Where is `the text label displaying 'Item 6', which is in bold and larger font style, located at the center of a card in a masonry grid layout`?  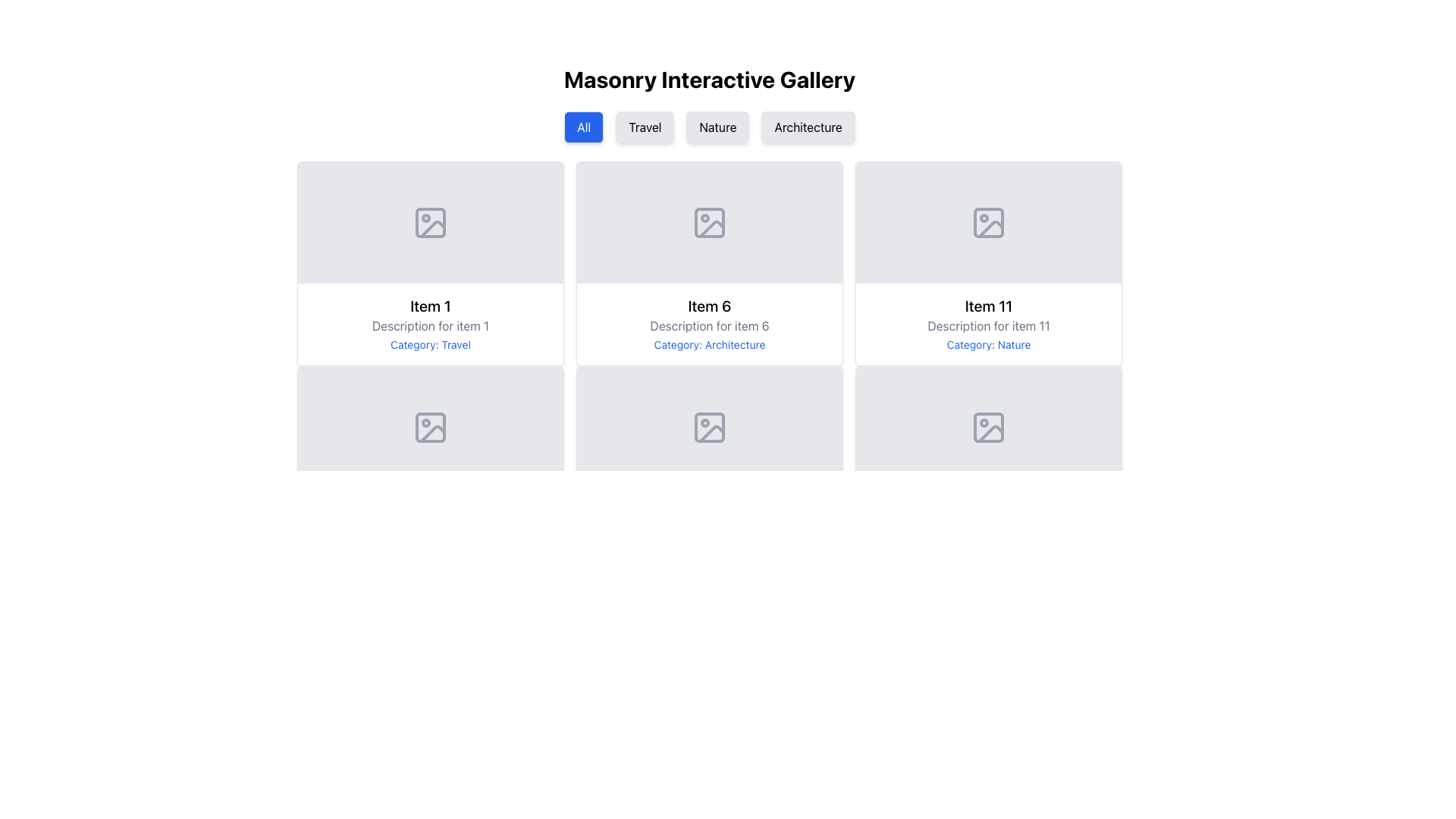 the text label displaying 'Item 6', which is in bold and larger font style, located at the center of a card in a masonry grid layout is located at coordinates (709, 306).